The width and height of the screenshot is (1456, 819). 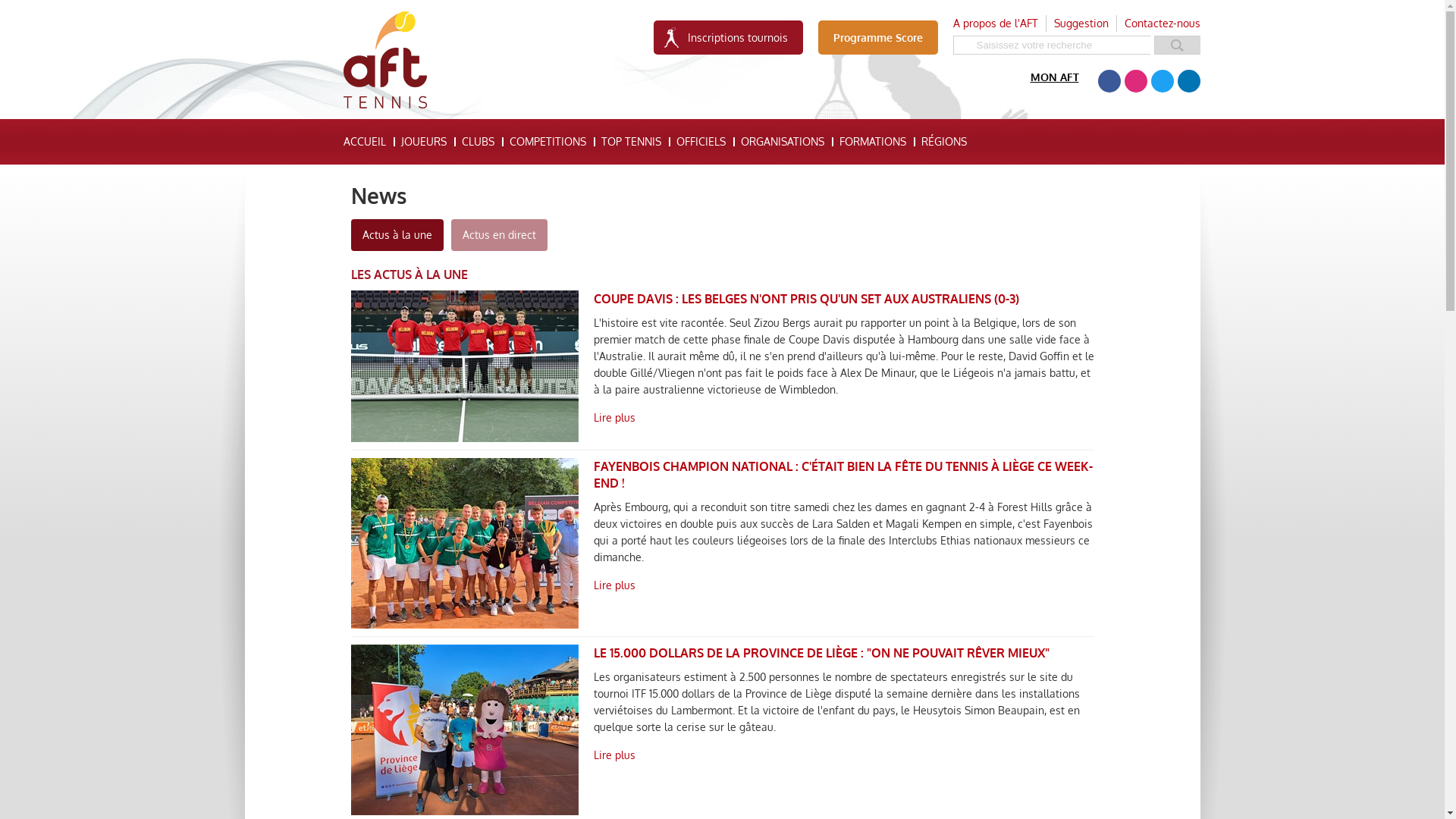 What do you see at coordinates (630, 141) in the screenshot?
I see `'TOP TENNIS'` at bounding box center [630, 141].